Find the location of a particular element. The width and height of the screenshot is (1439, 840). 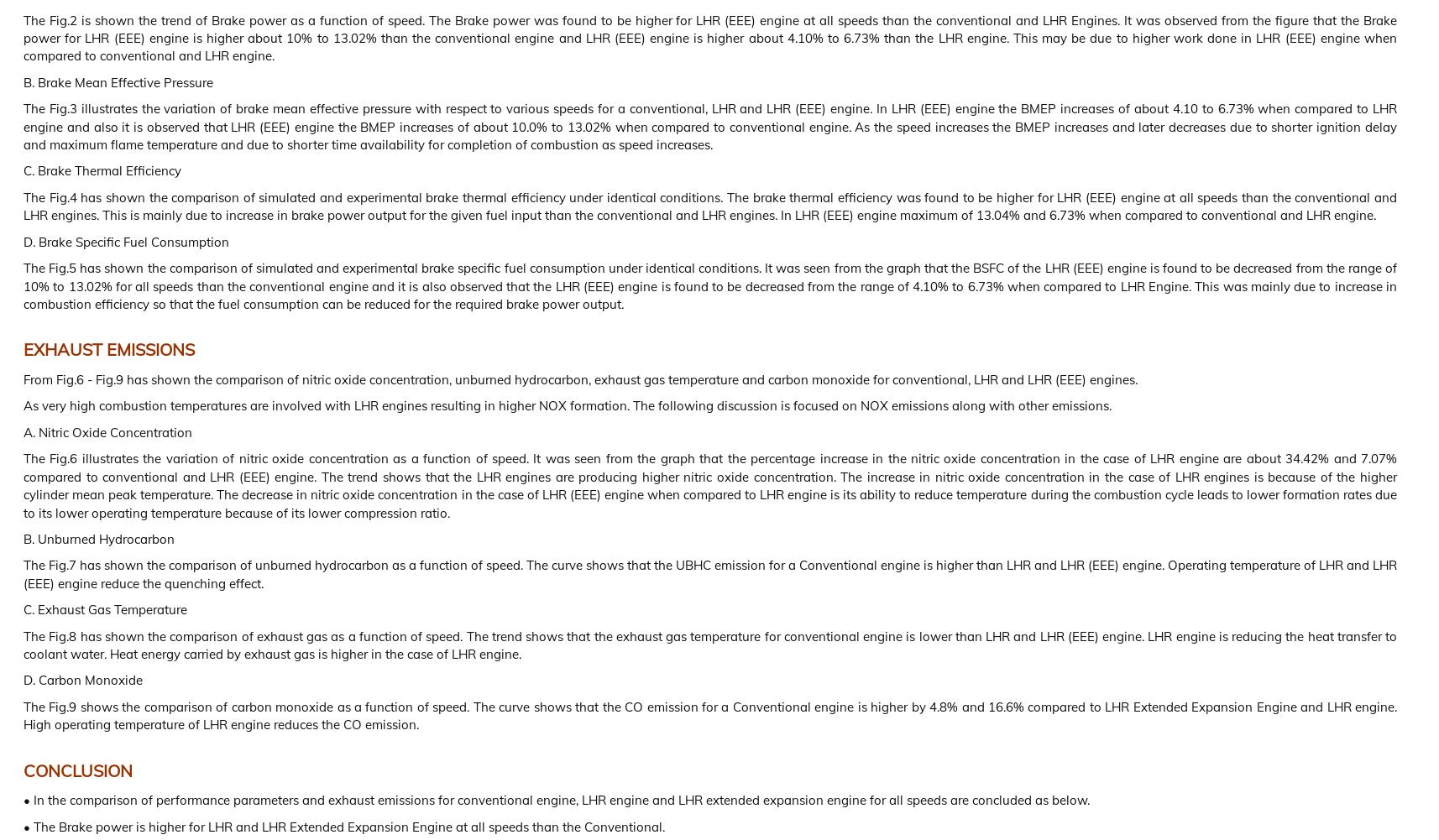

'The Fig.7 has shown the comparison of unburned hydrocarbon as a function of speed. The curve shows that
the UBHC emission for a Conventional engine is higher than LHR and LHR (EEE) engine. Operating temperature of
LHR and LHR (EEE) engine reduce the quenching effect.' is located at coordinates (710, 572).